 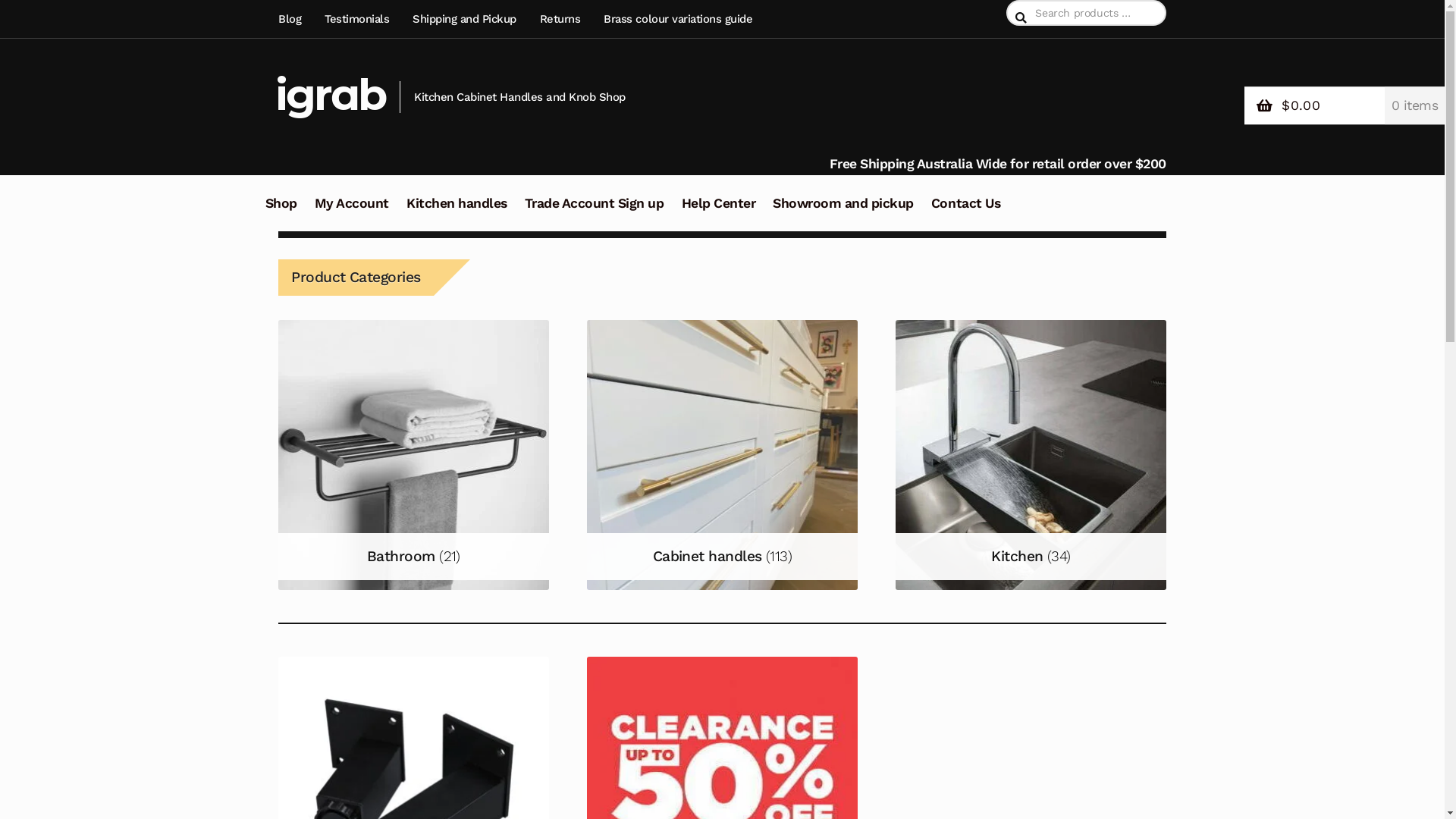 What do you see at coordinates (842, 212) in the screenshot?
I see `'Showroom and pickup'` at bounding box center [842, 212].